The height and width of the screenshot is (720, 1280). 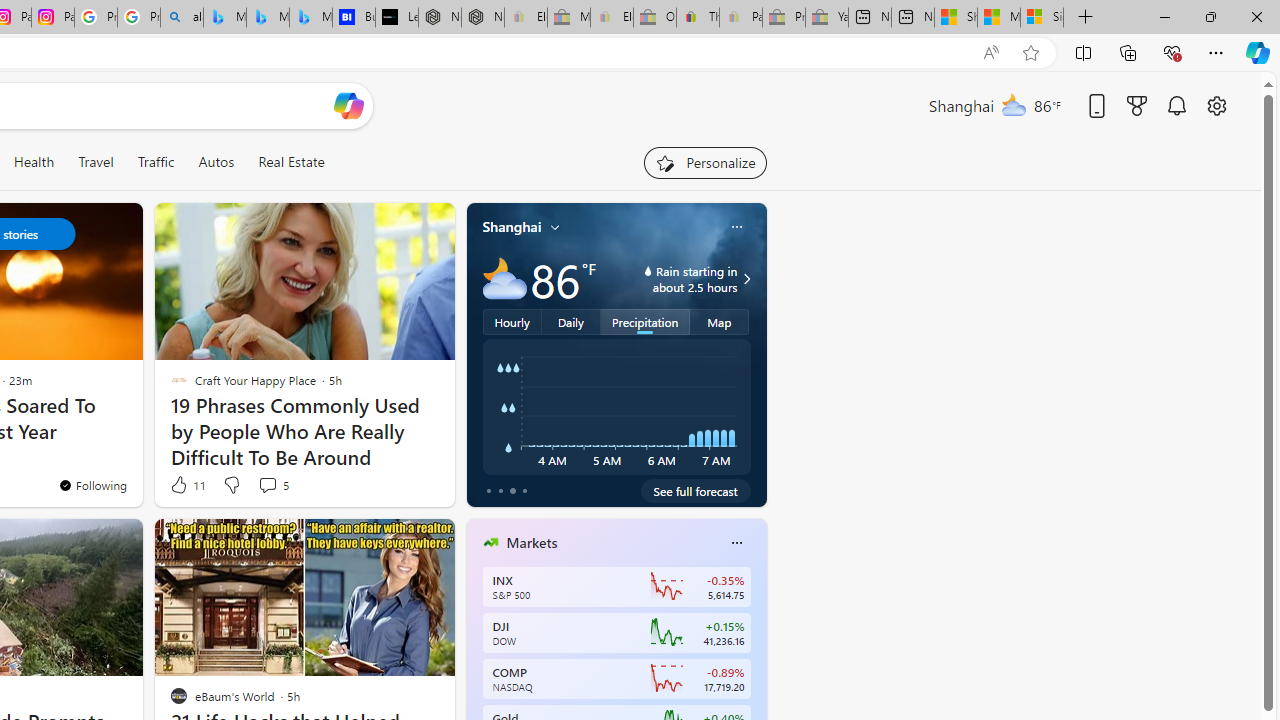 What do you see at coordinates (555, 226) in the screenshot?
I see `'My location'` at bounding box center [555, 226].